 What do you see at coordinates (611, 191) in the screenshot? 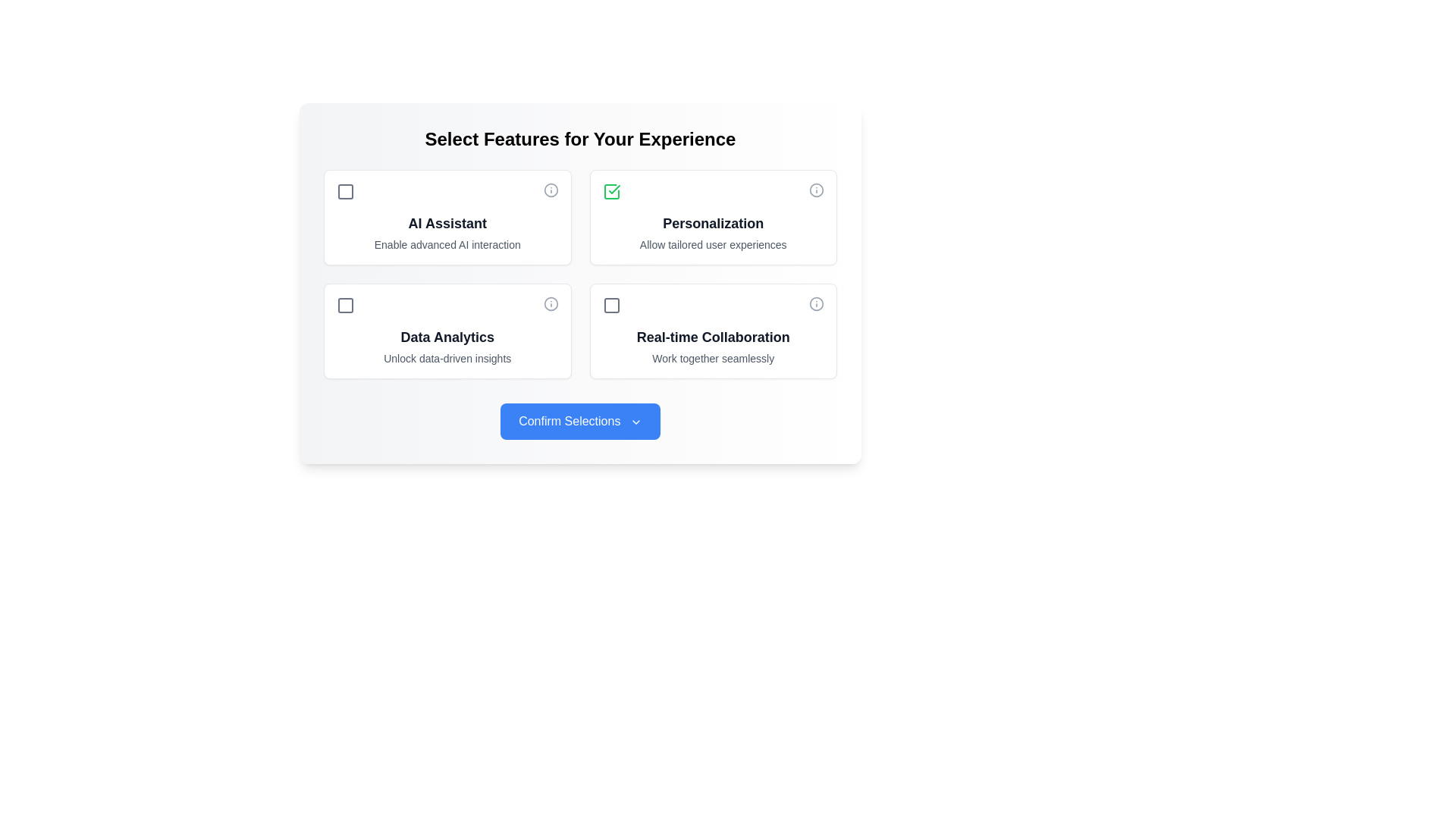
I see `the checkbox with a green checkmark inside, located in the top right corner of the 'Personalization' card` at bounding box center [611, 191].